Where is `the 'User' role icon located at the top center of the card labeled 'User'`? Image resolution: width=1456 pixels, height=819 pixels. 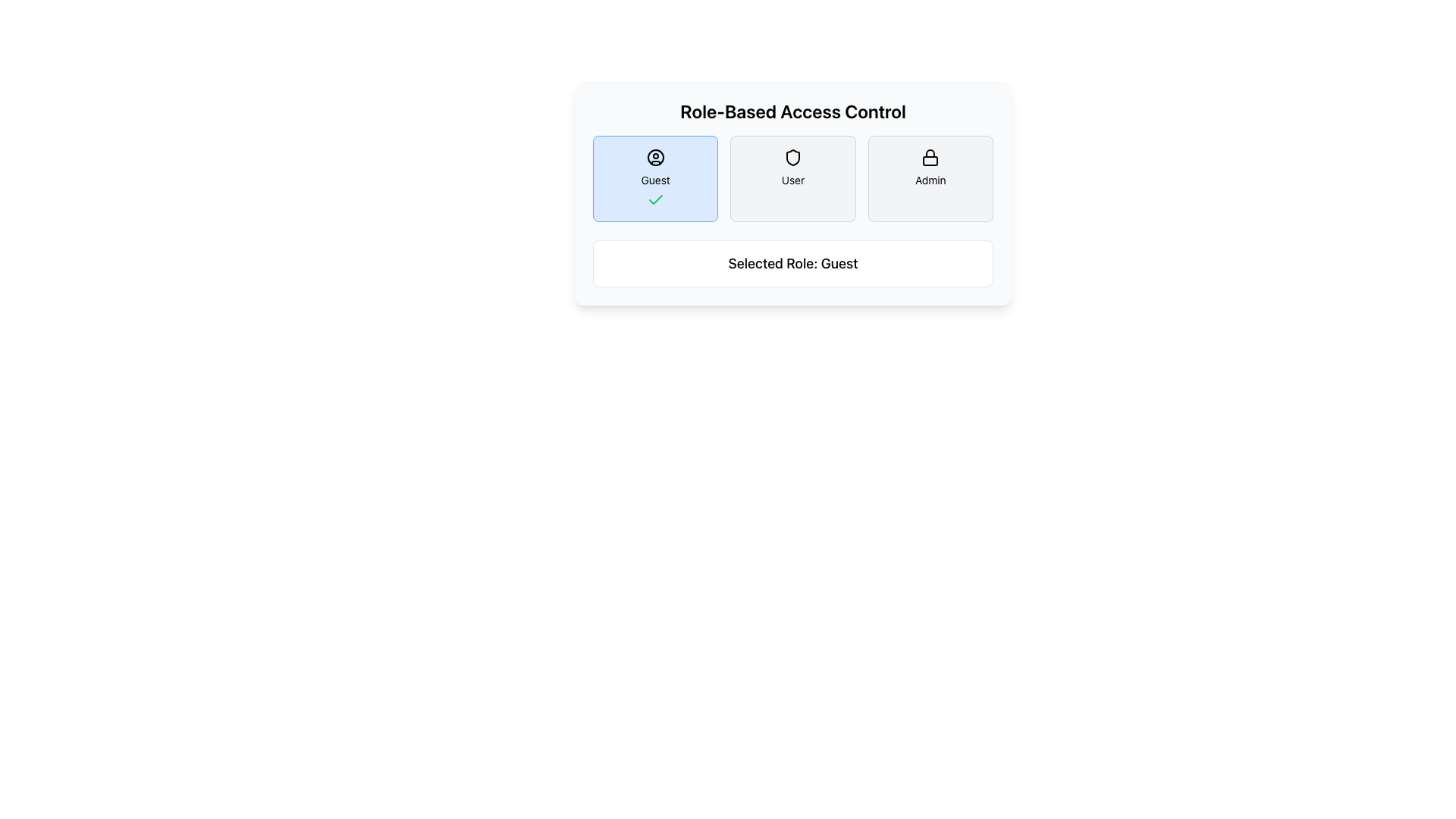
the 'User' role icon located at the top center of the card labeled 'User' is located at coordinates (792, 158).